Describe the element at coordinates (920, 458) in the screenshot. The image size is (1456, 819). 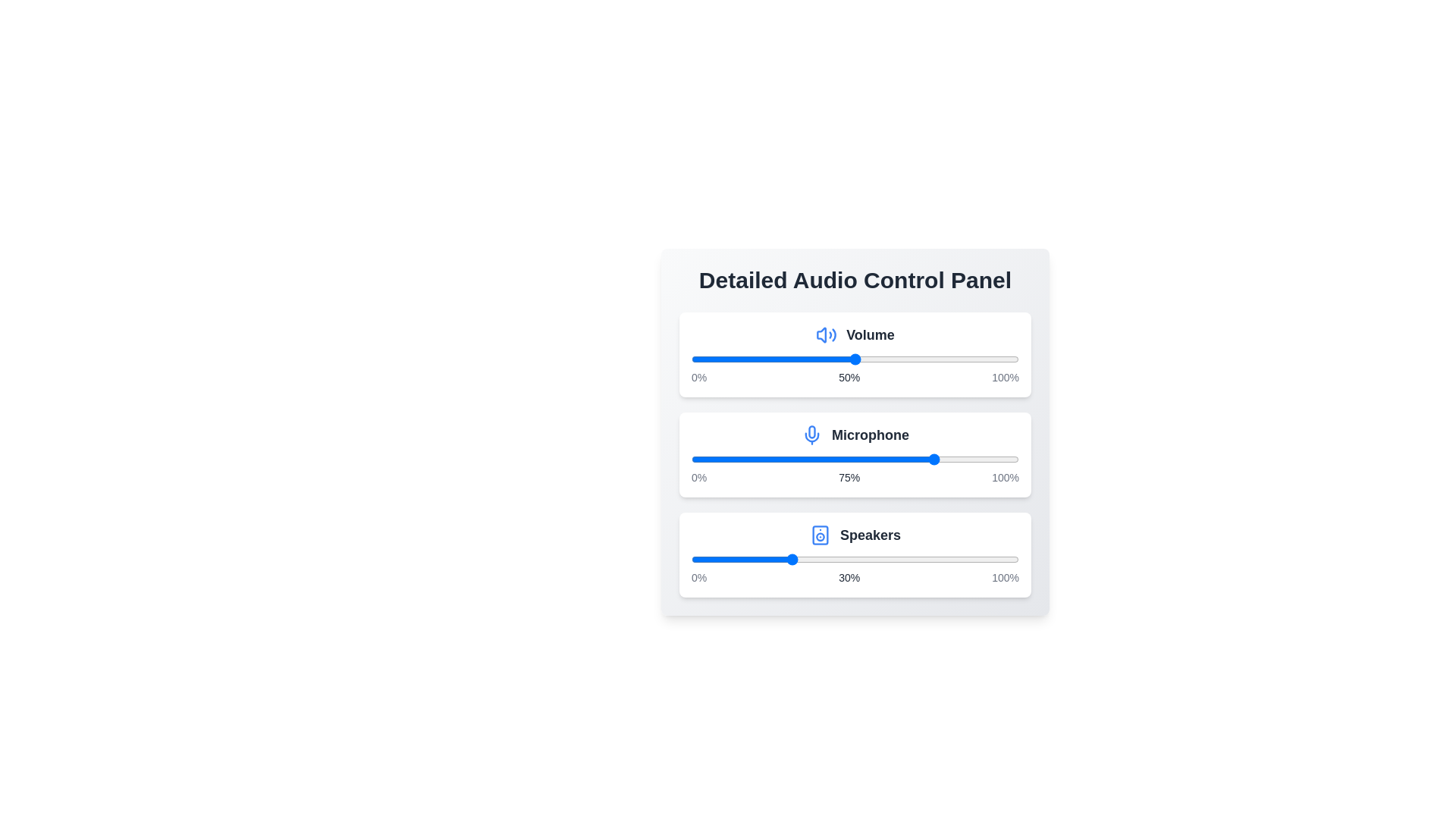
I see `the microphone level slider to 70%` at that location.